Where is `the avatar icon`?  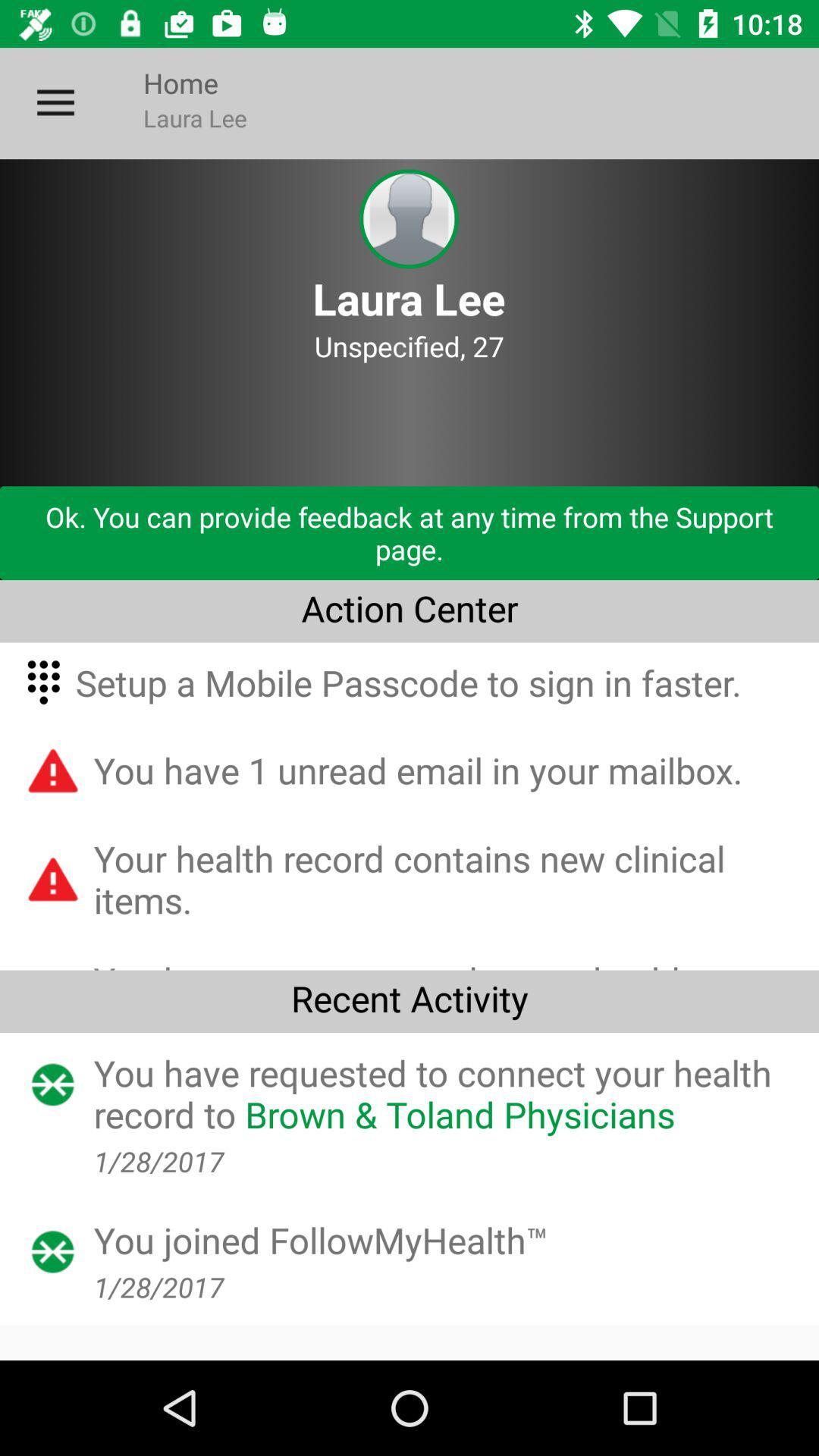
the avatar icon is located at coordinates (408, 218).